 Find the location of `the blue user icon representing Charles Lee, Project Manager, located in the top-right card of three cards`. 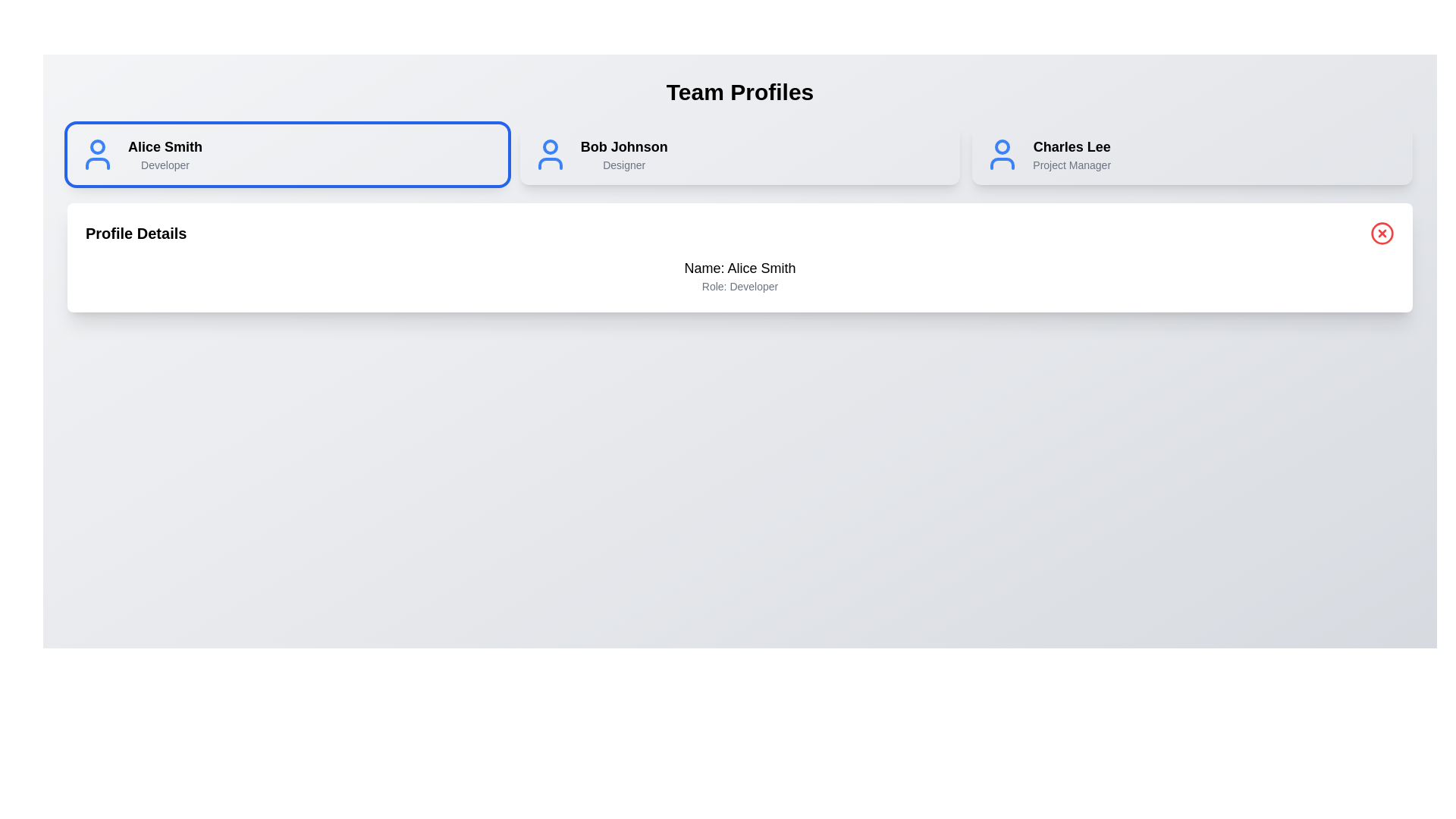

the blue user icon representing Charles Lee, Project Manager, located in the top-right card of three cards is located at coordinates (1003, 155).